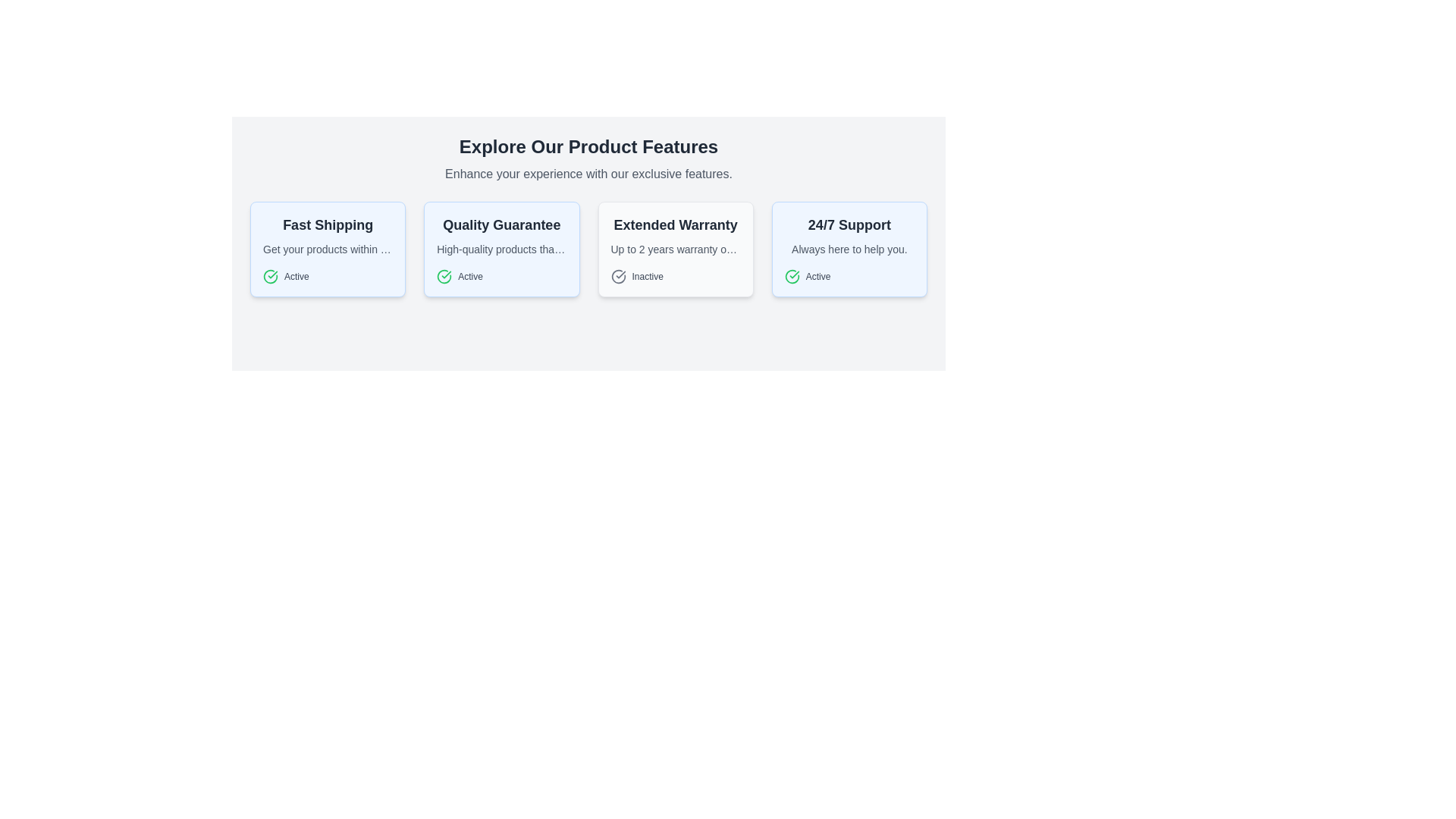 This screenshot has width=1456, height=819. I want to click on the first card in the grid layout that conveys the feature of fast shipping within 2-3 business days, as it has interactions, so click(327, 248).